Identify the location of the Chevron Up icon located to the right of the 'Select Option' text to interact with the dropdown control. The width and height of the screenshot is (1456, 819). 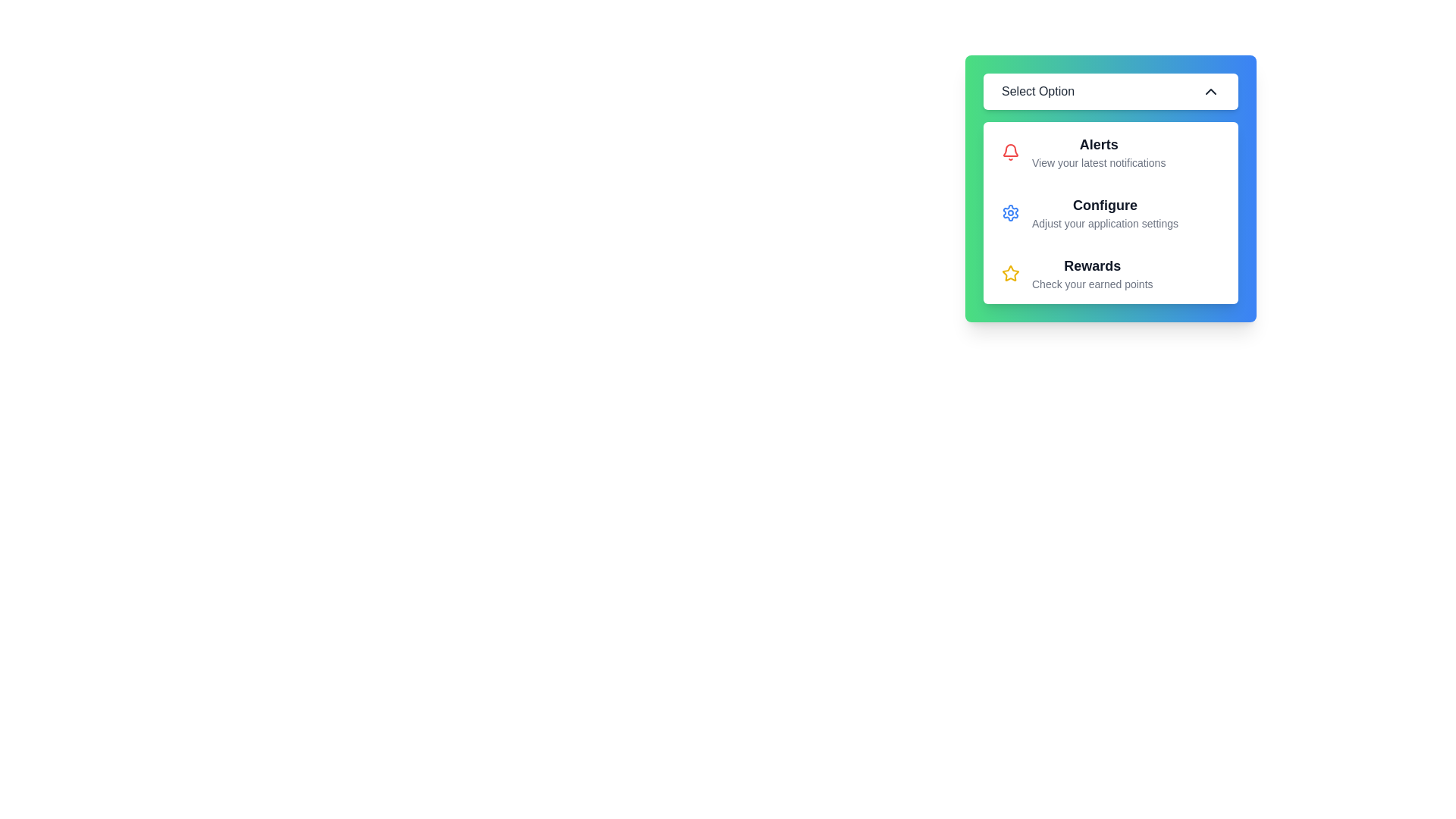
(1210, 91).